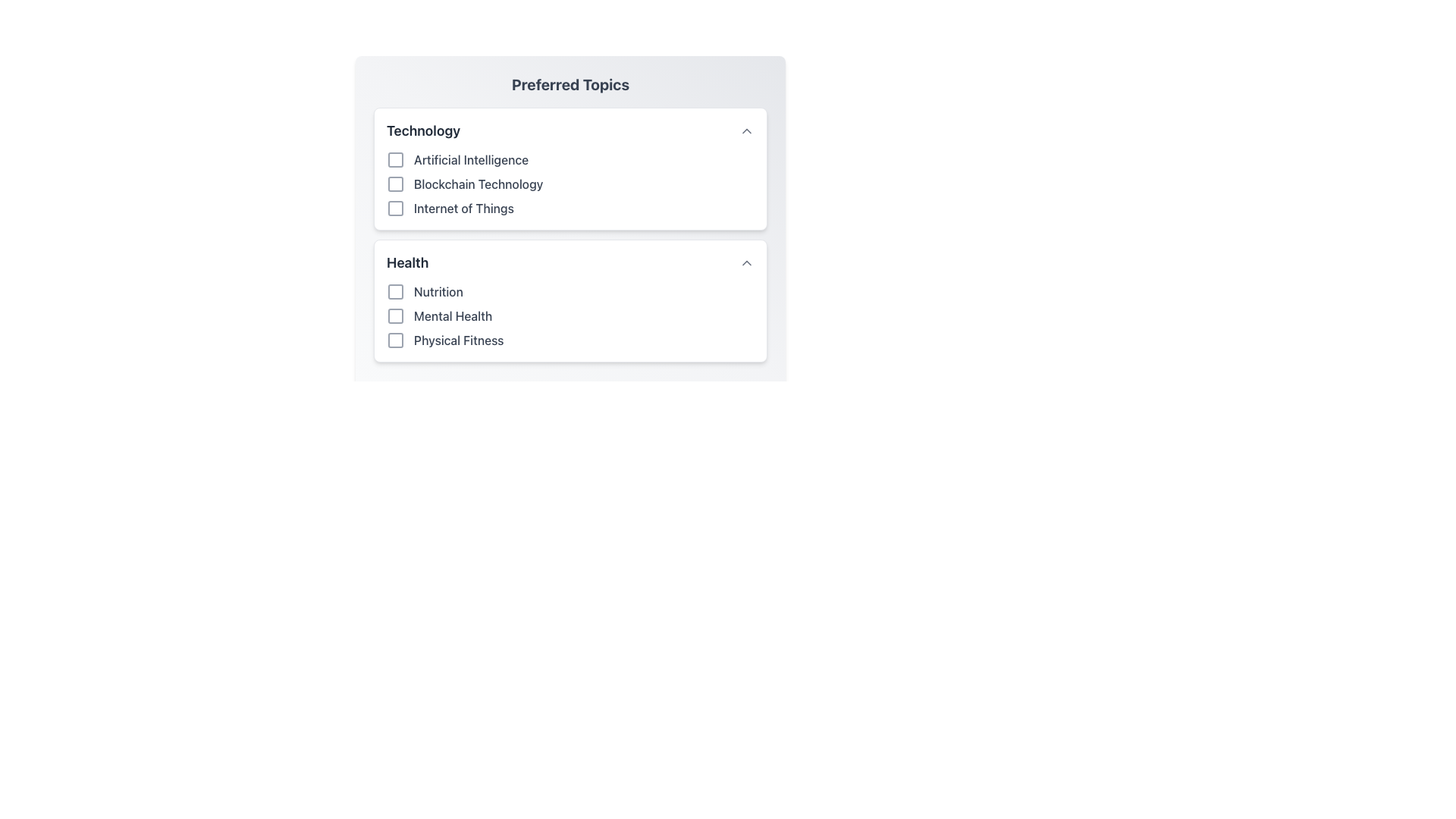  Describe the element at coordinates (396, 315) in the screenshot. I see `the checkbox for the 'Mental Health' option located in the 'Health' section of the interface` at that location.